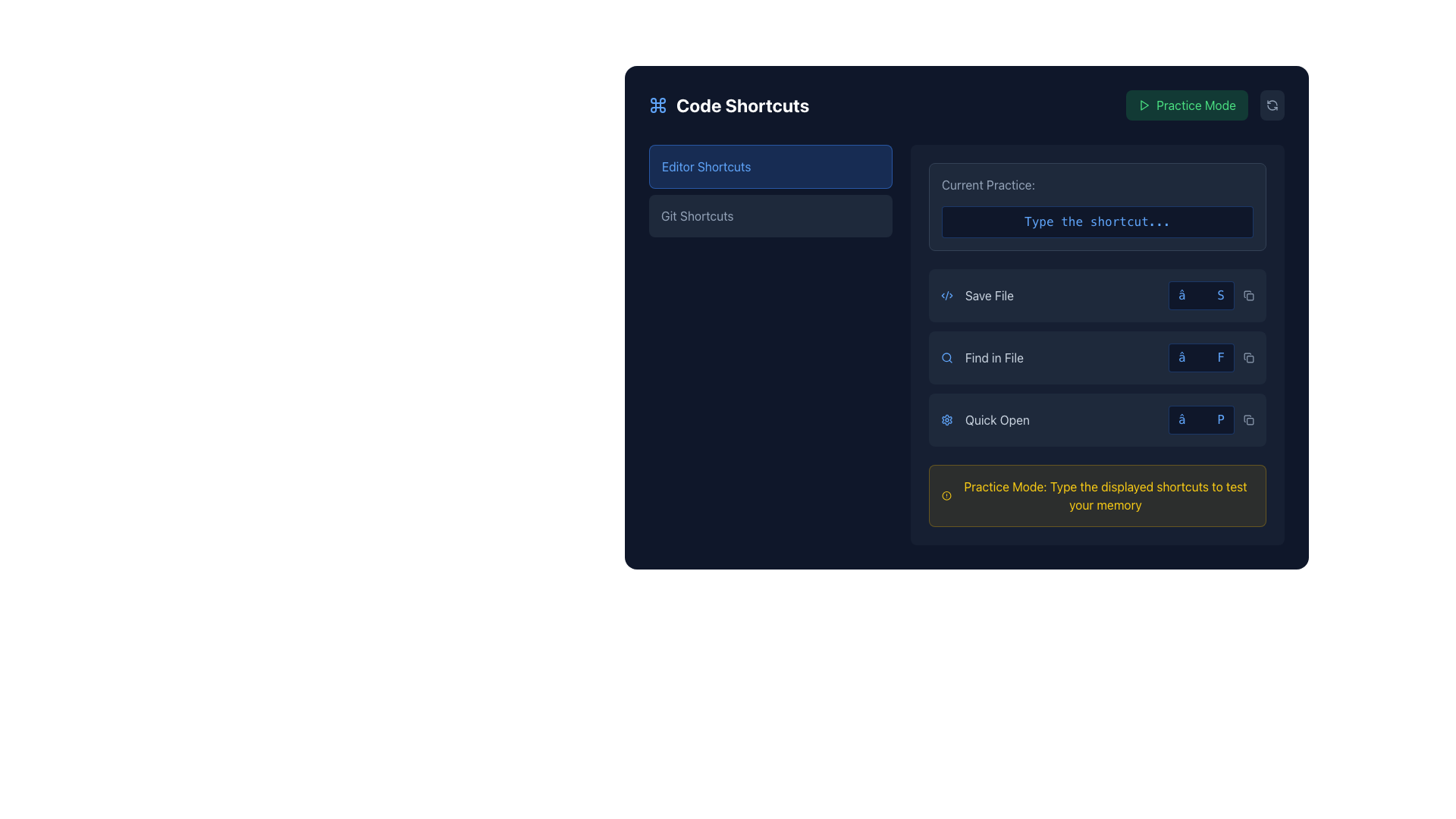 The height and width of the screenshot is (819, 1456). I want to click on the available options in the Interactive Section, which features instructional text and action buttons on the right side of the layout, so click(966, 345).